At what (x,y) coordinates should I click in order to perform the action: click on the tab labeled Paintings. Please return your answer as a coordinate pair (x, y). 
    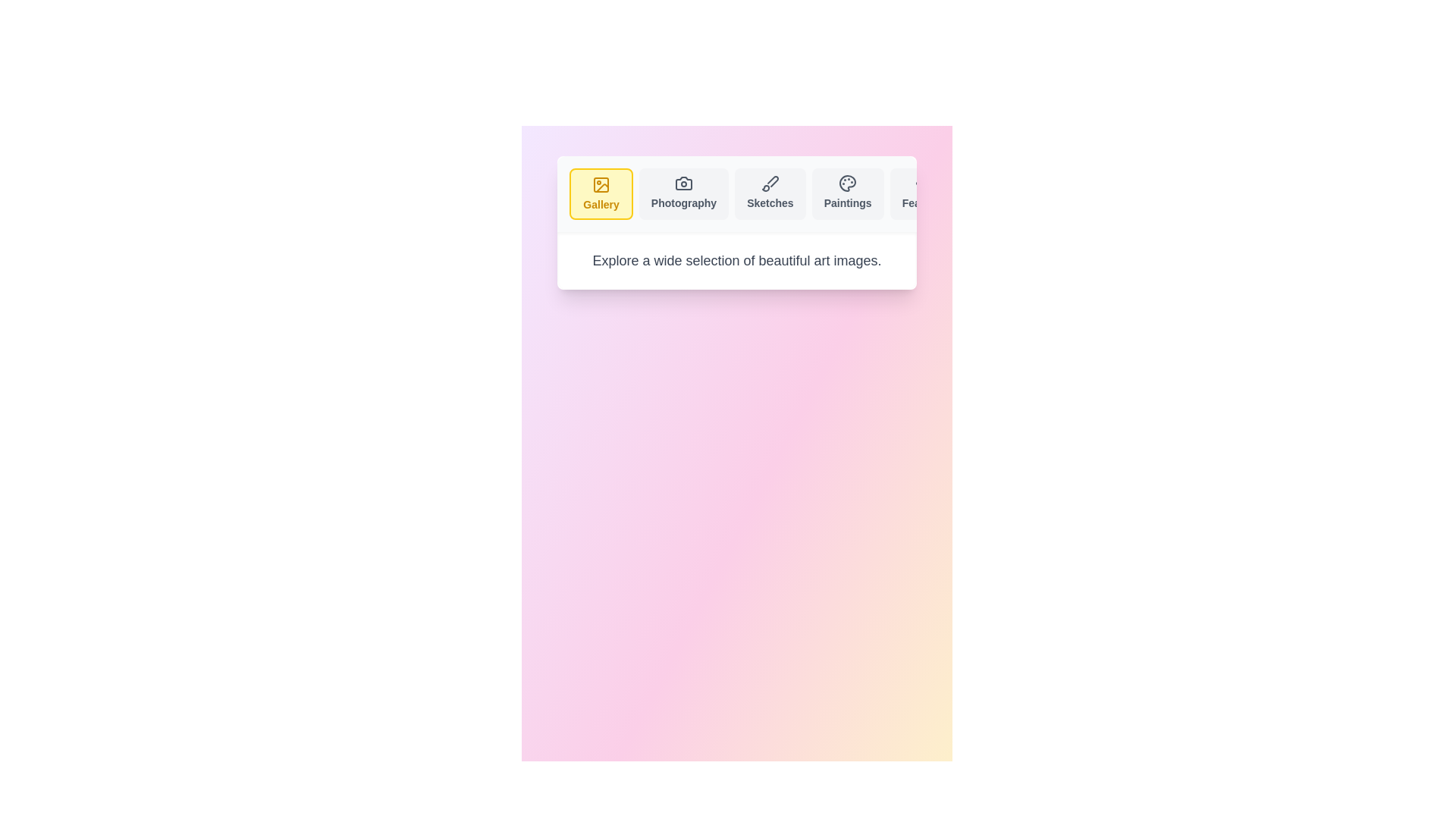
    Looking at the image, I should click on (847, 193).